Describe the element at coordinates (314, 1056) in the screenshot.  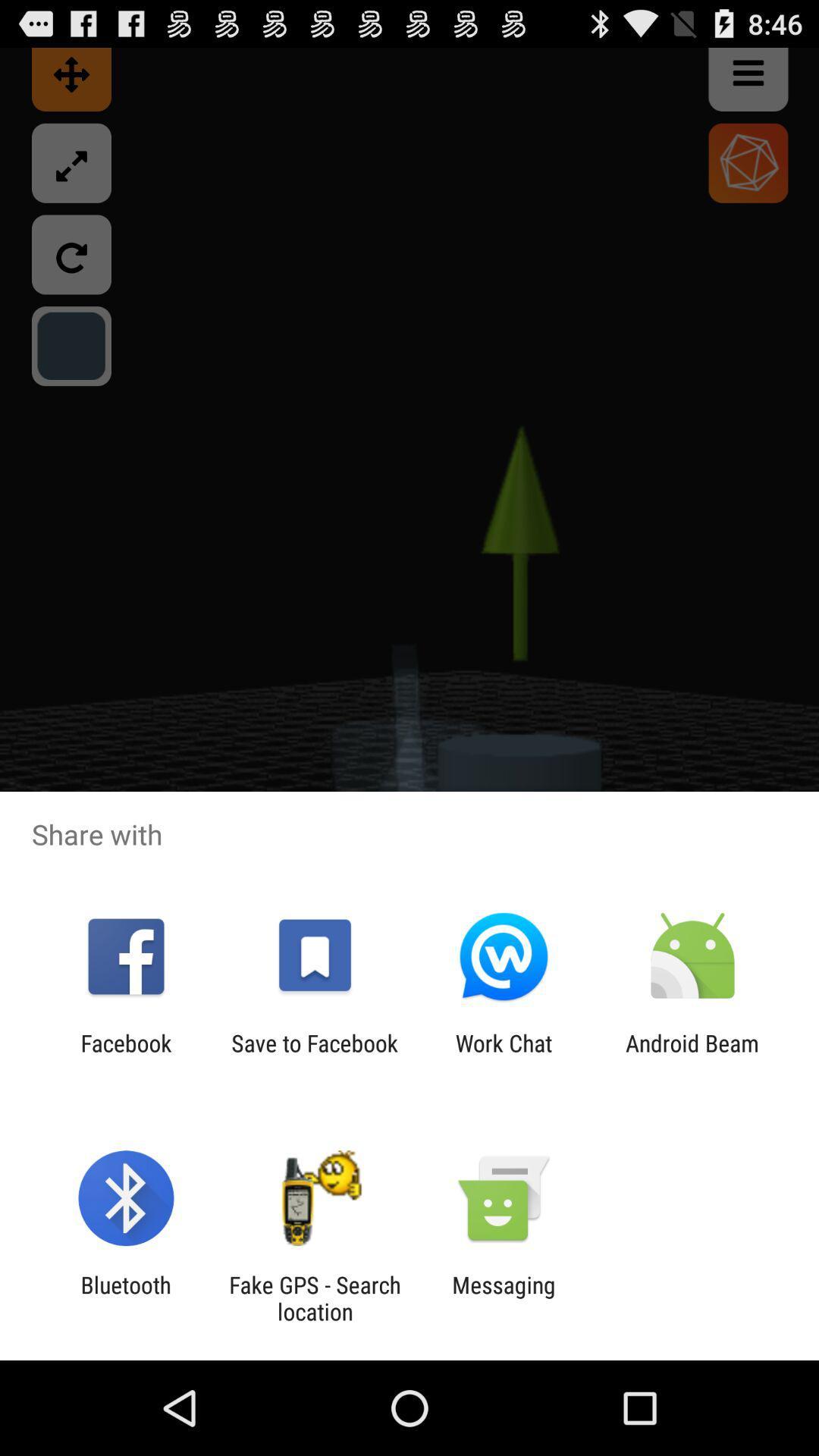
I see `app to the left of work chat` at that location.